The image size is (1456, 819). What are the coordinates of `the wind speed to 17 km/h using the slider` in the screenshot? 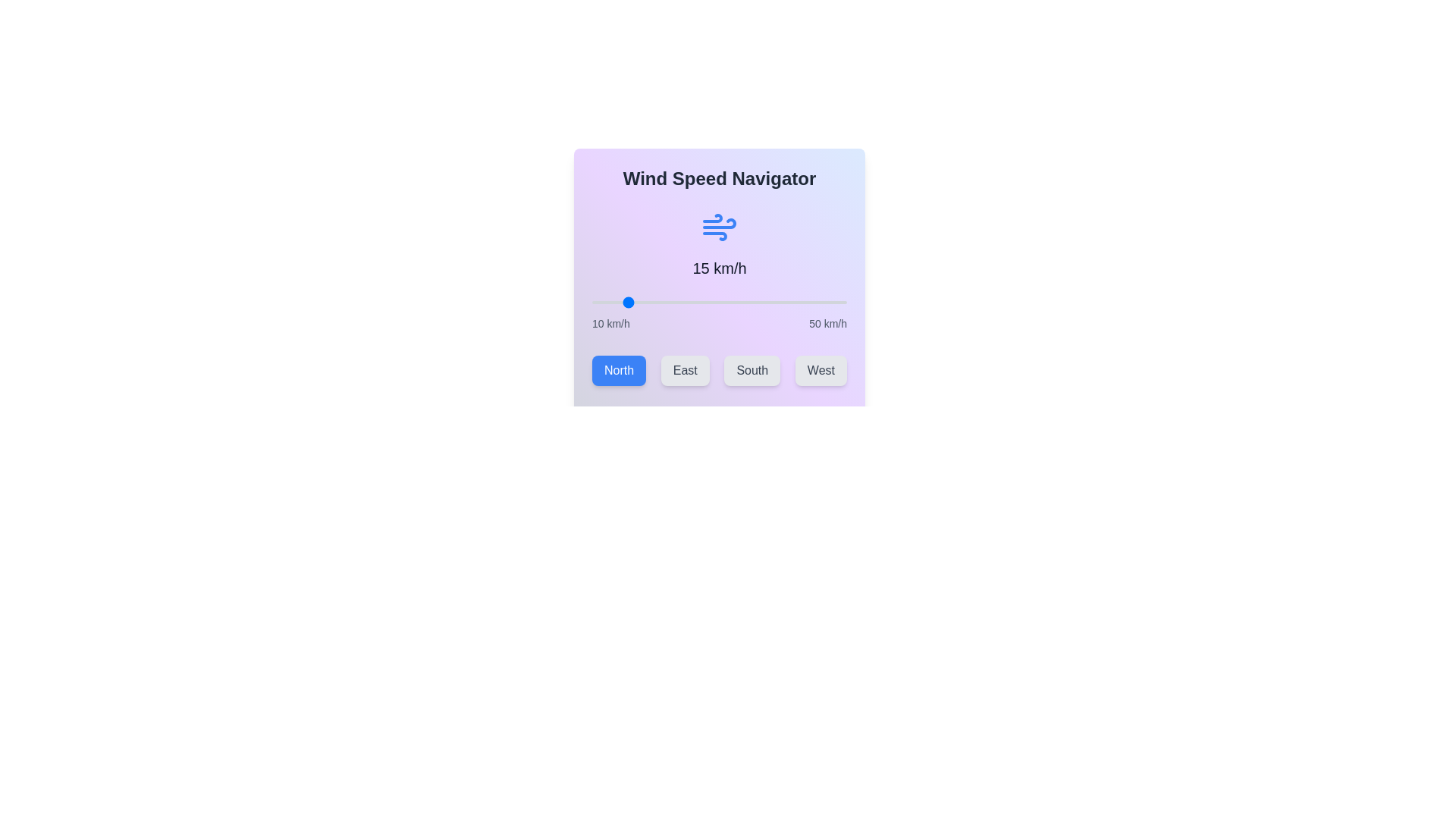 It's located at (636, 302).